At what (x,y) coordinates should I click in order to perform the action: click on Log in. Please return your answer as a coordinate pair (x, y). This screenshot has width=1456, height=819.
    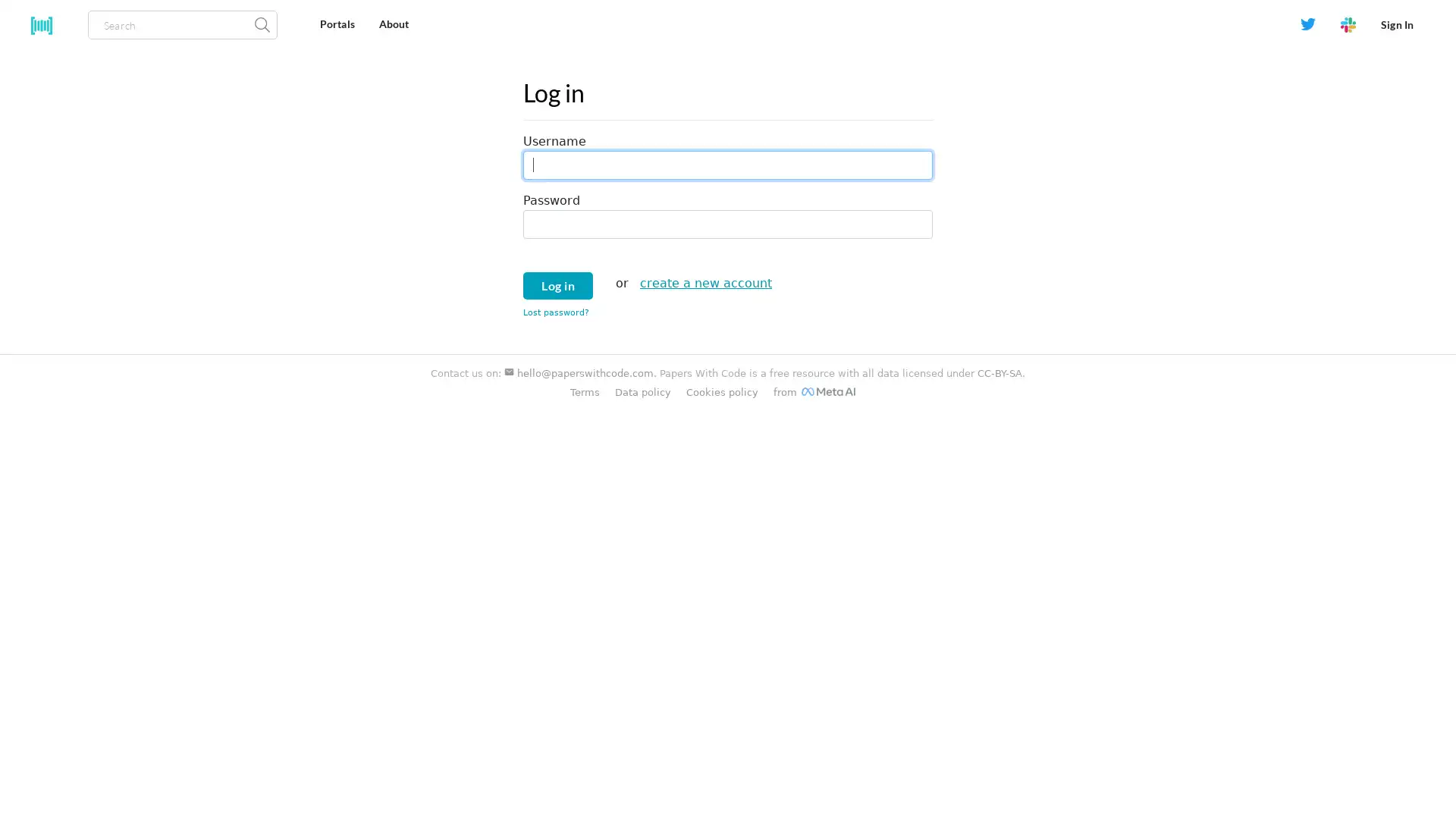
    Looking at the image, I should click on (557, 284).